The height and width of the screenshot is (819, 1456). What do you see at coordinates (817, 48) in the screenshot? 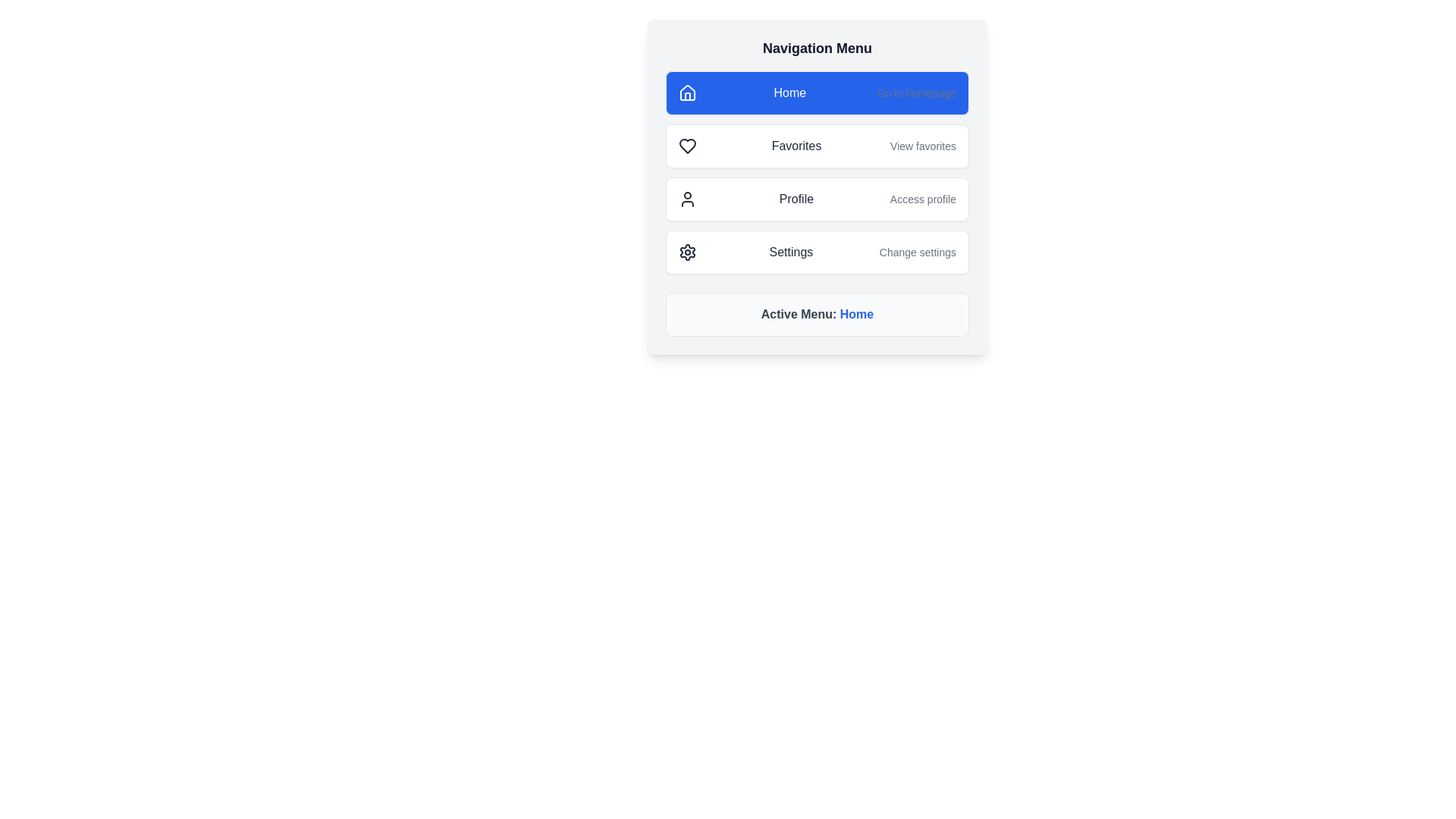
I see `text from the Text Label that serves as the title or header for the navigation menu, positioned above menu items like 'Home' and 'Favorites'` at bounding box center [817, 48].